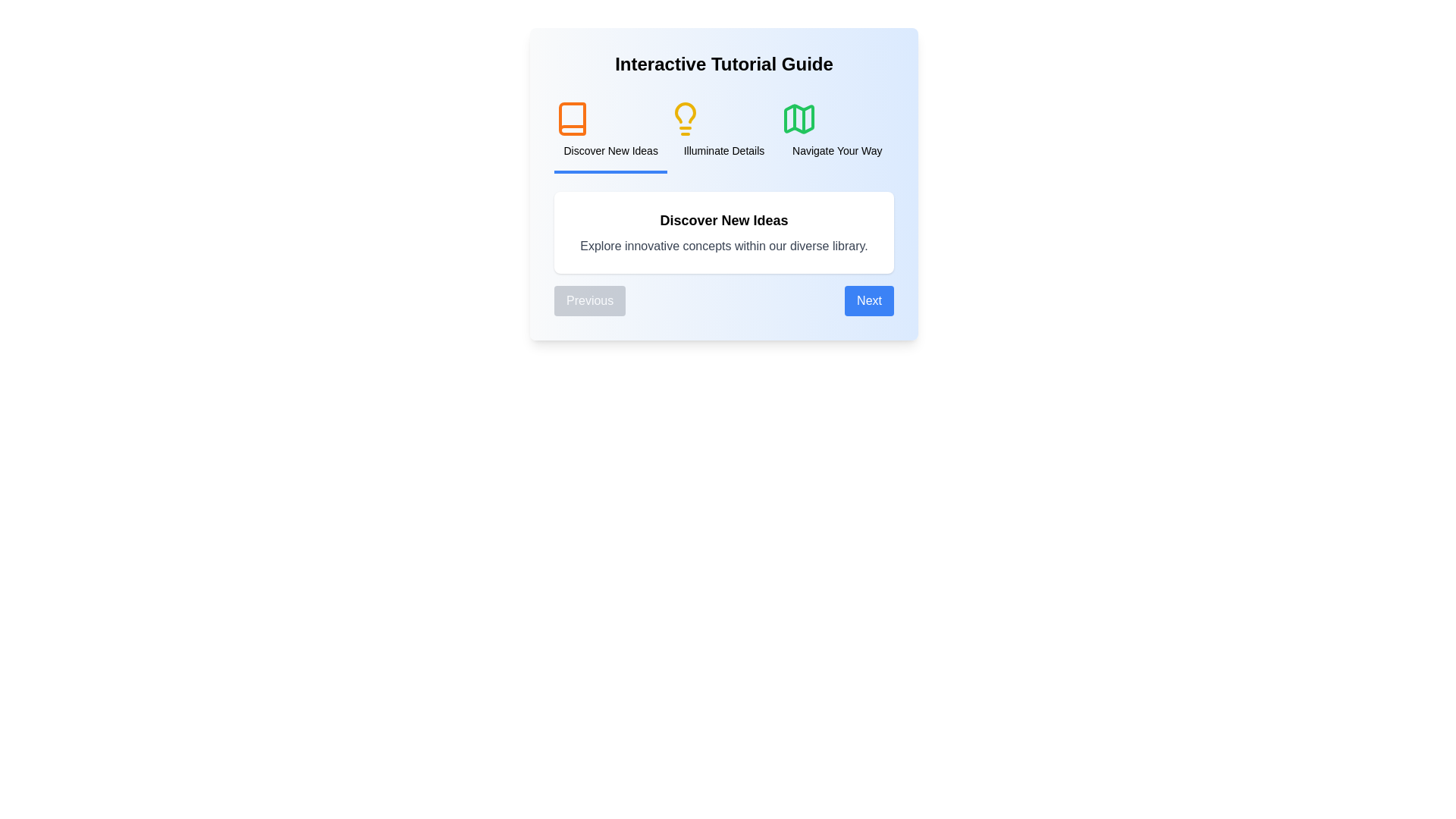  I want to click on 'Next' button to proceed to the next step in the guide, so click(869, 301).